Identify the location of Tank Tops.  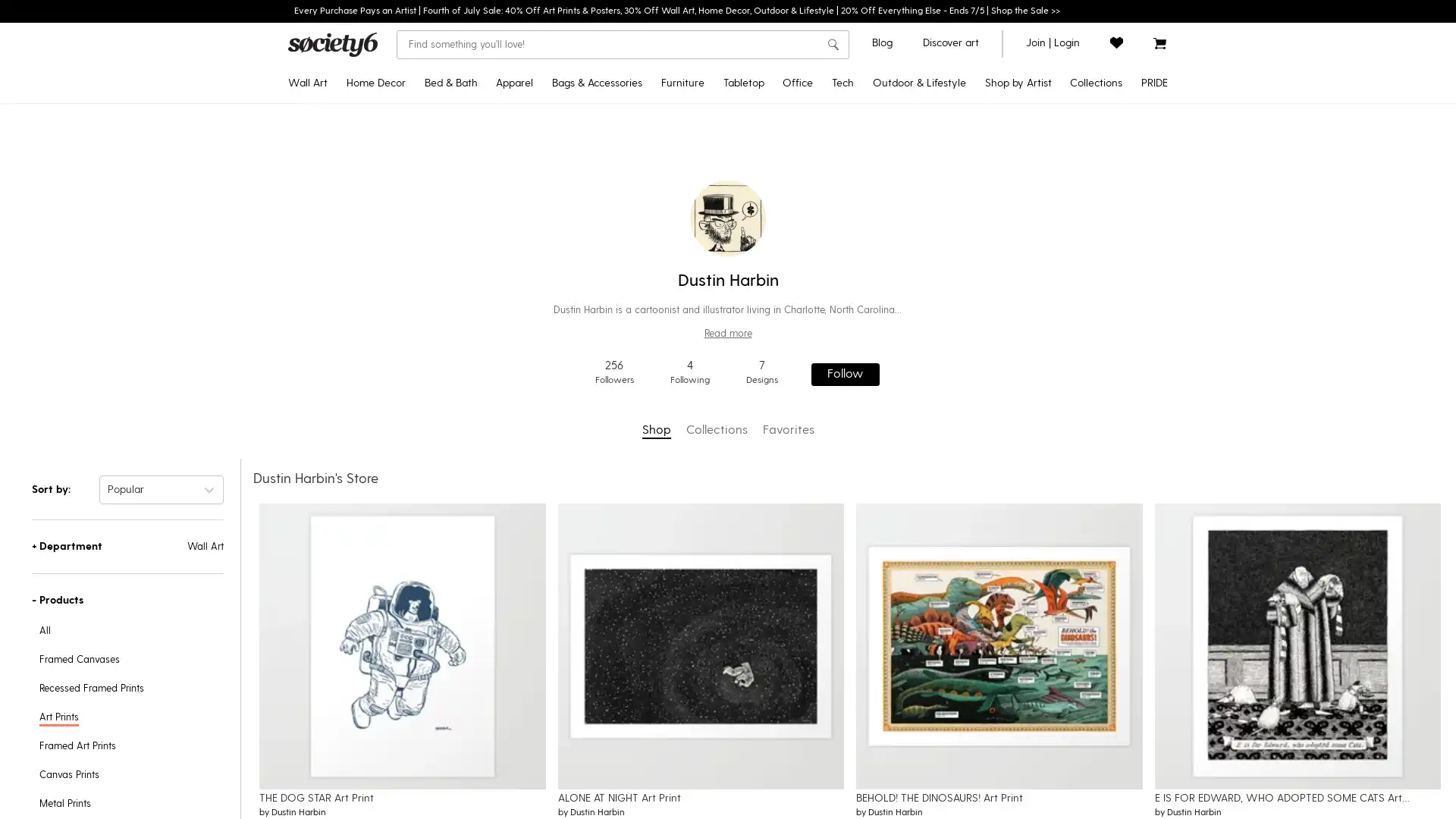
(562, 268).